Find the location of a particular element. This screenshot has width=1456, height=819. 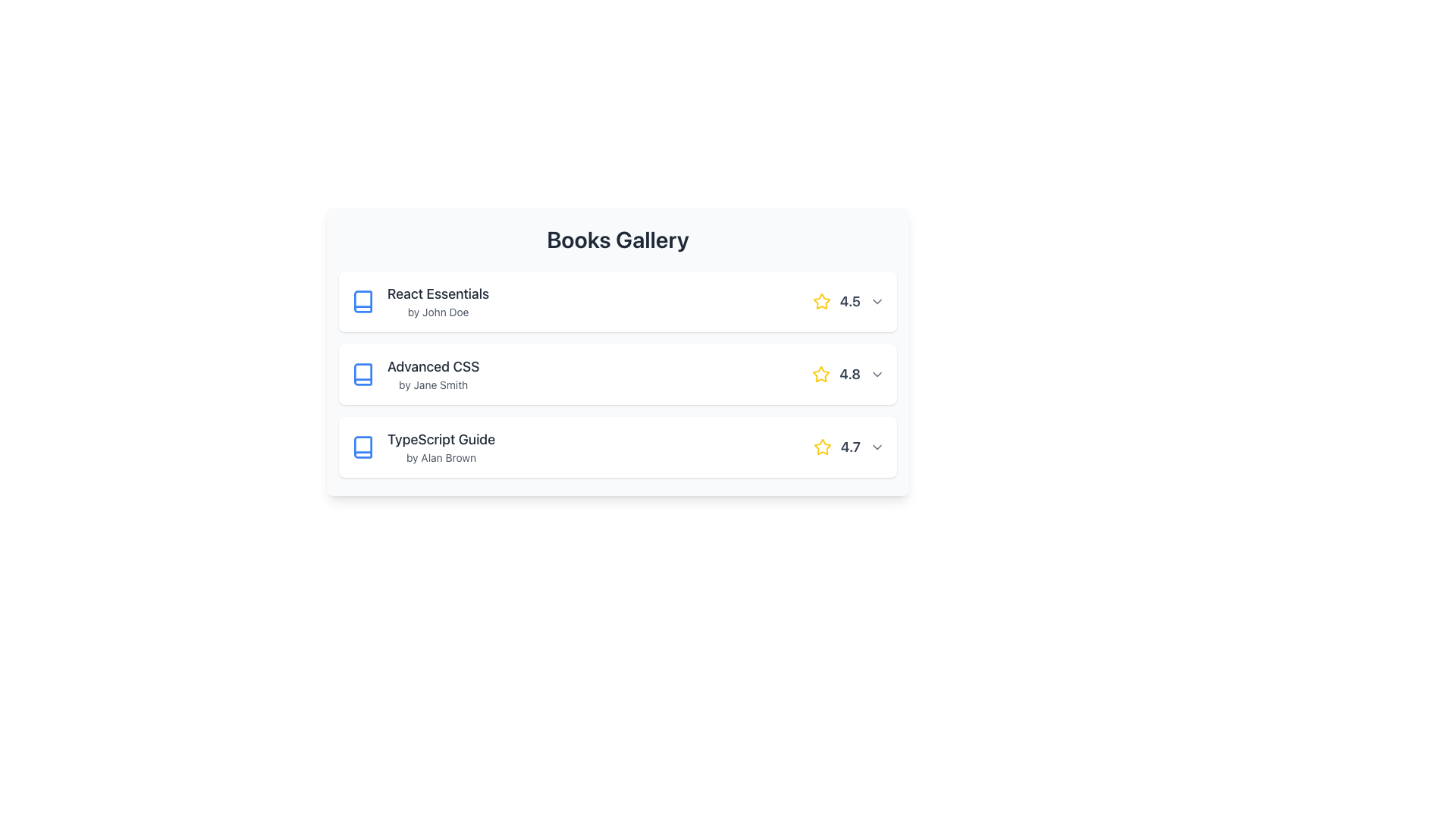

the star-shaped SVG icon representing the rating for 'TypeScript Guide', located adjacent to the rating text '4.7' is located at coordinates (821, 446).